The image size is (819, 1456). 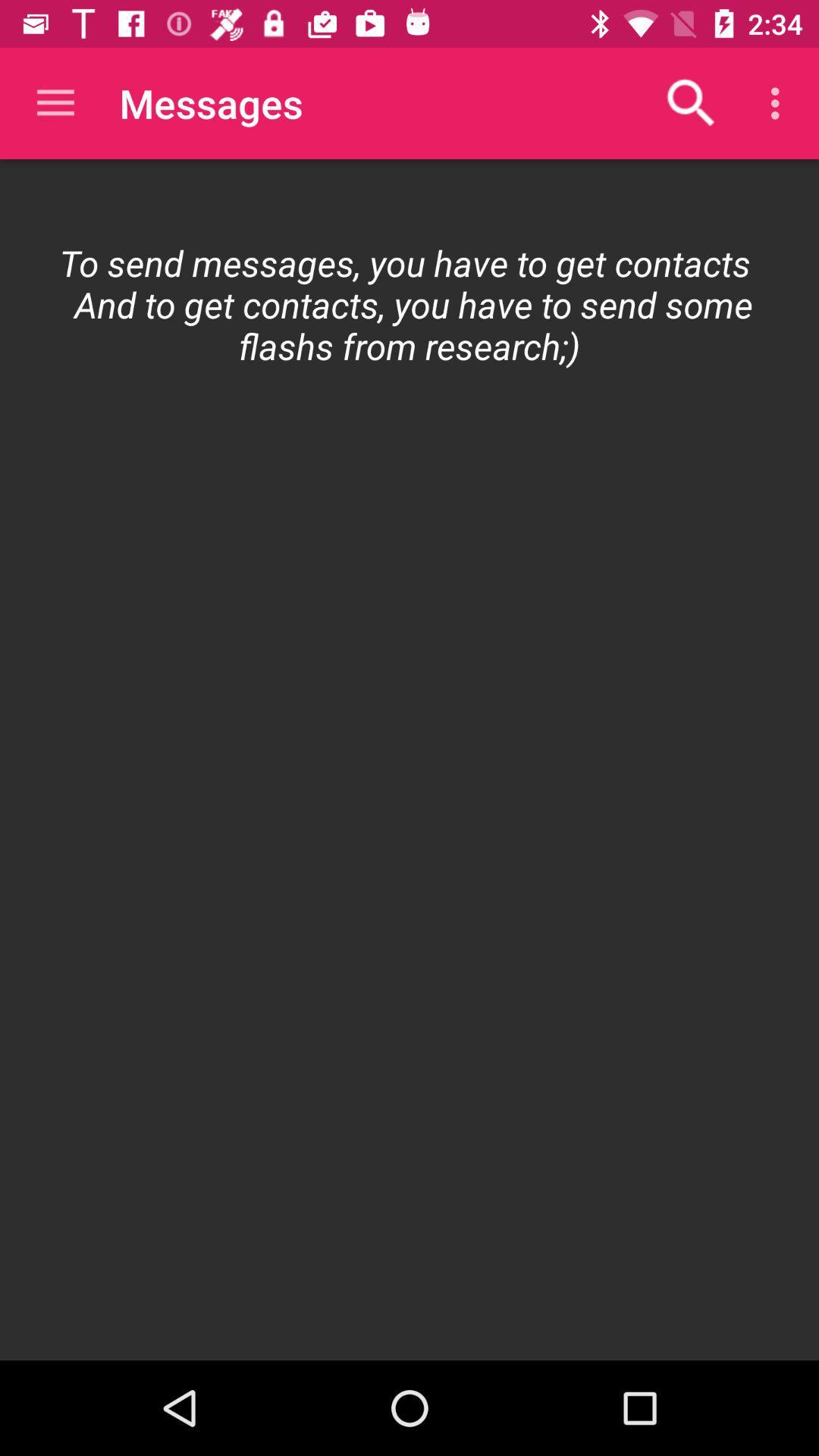 I want to click on app to the left of messages app, so click(x=55, y=102).